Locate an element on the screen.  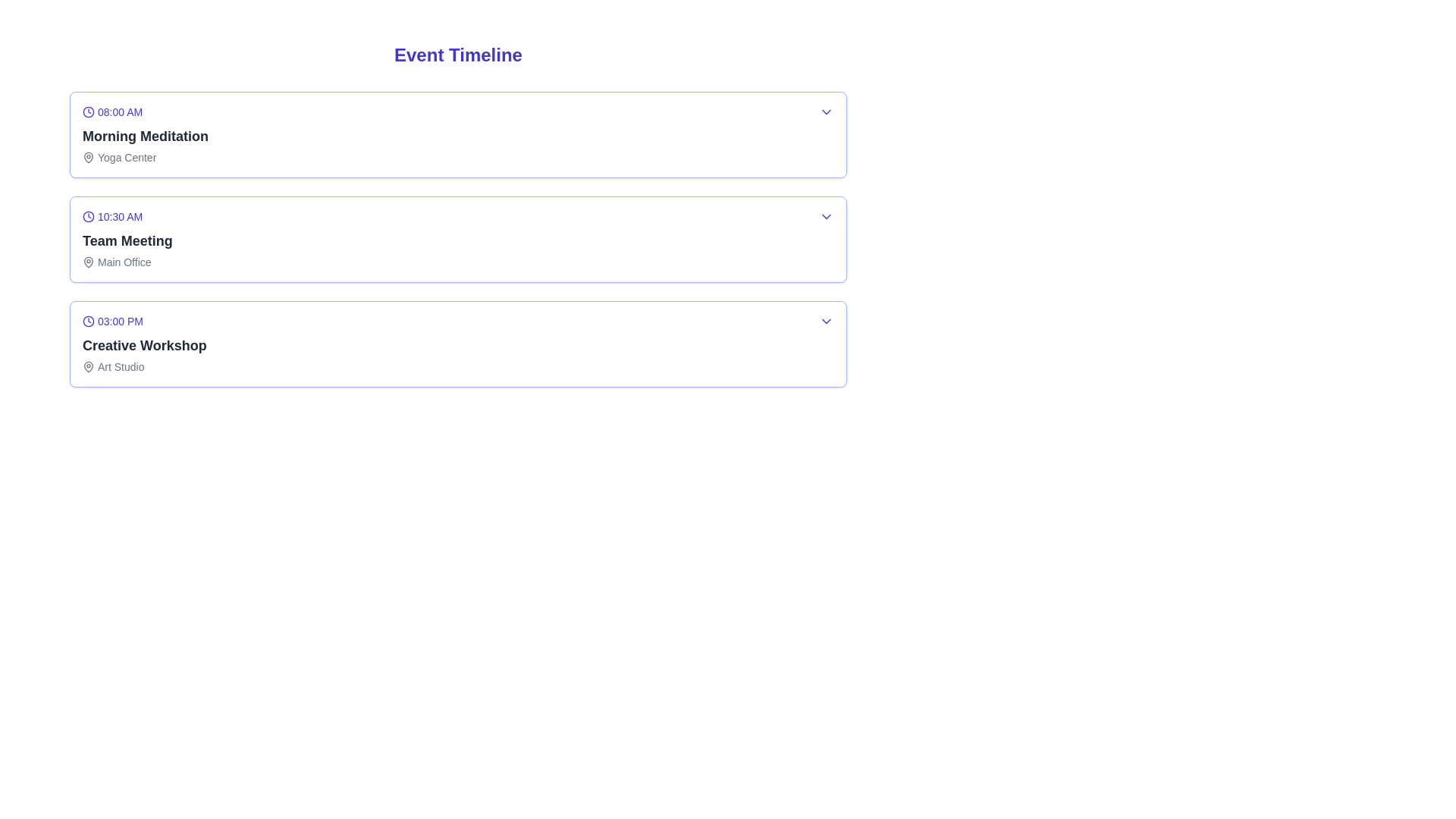
the Chevron icon on the far-right side of the '08:00 AM Morning Meditation' event entry is located at coordinates (825, 111).